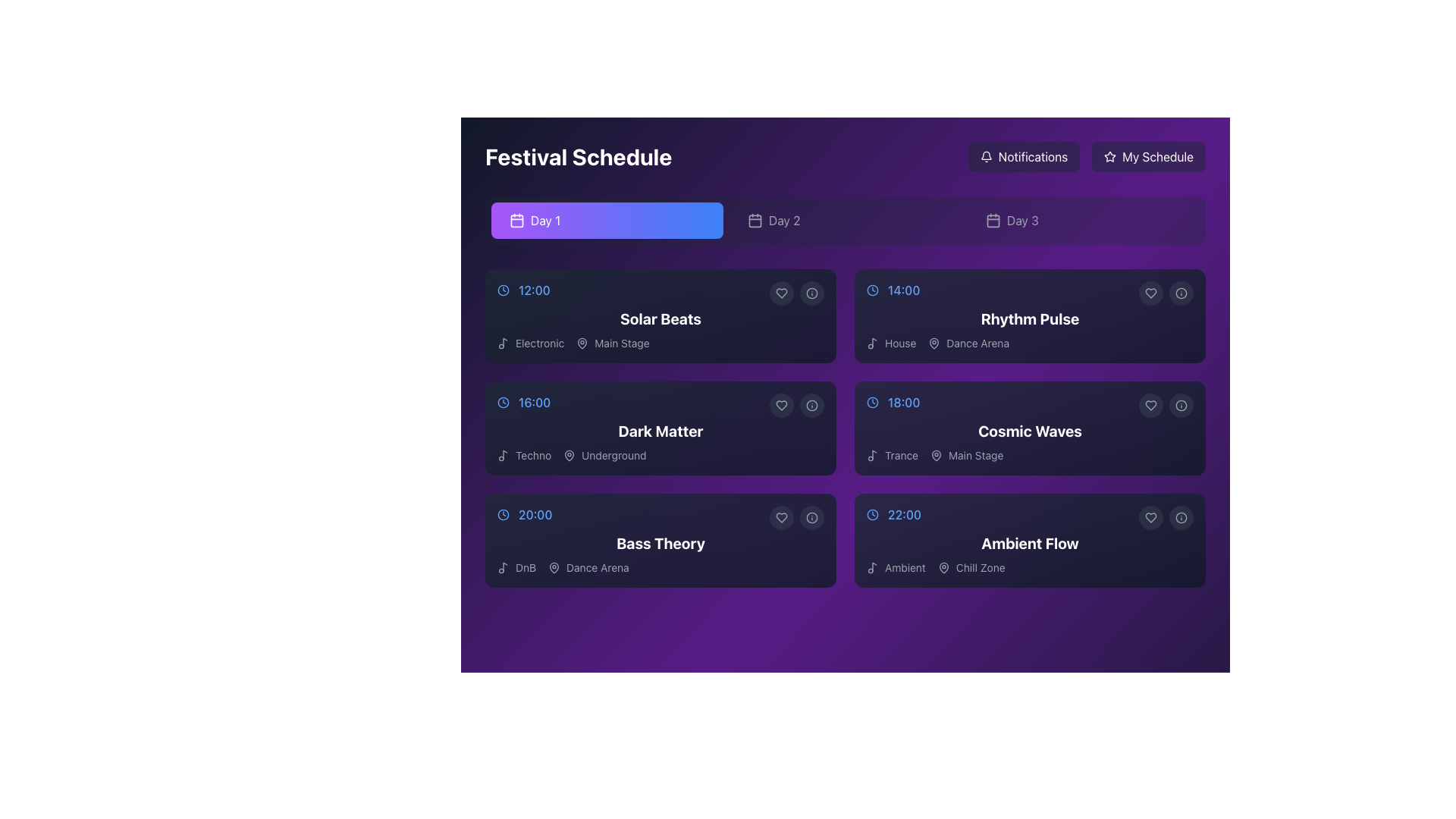  Describe the element at coordinates (1150, 405) in the screenshot. I see `the heart icon button located to the right of the 'Cosmic Waves' event entry` at that location.